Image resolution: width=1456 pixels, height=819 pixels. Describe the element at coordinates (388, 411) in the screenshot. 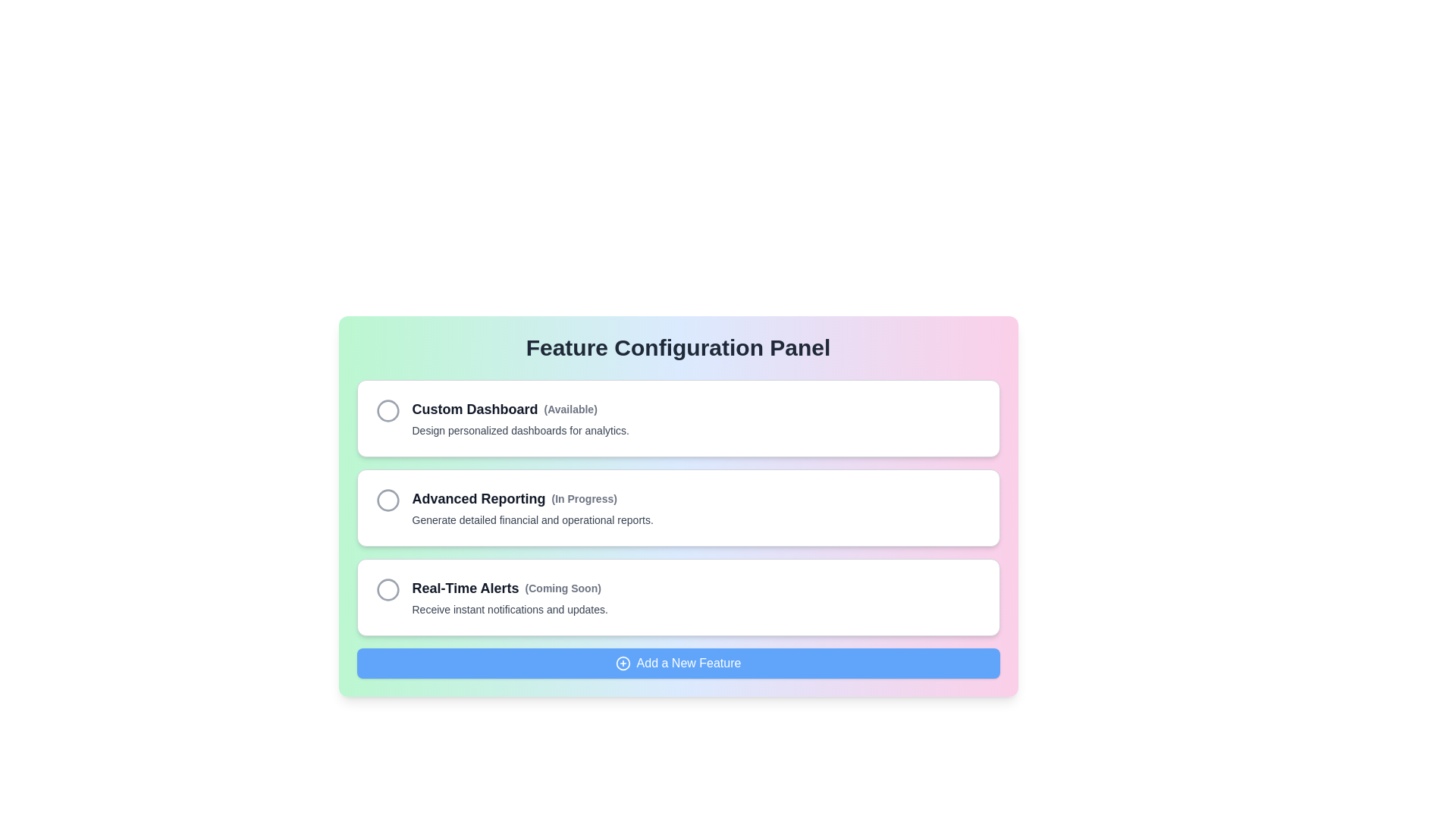

I see `the selectable icon associated with 'Custom Dashboard (Available)'` at that location.